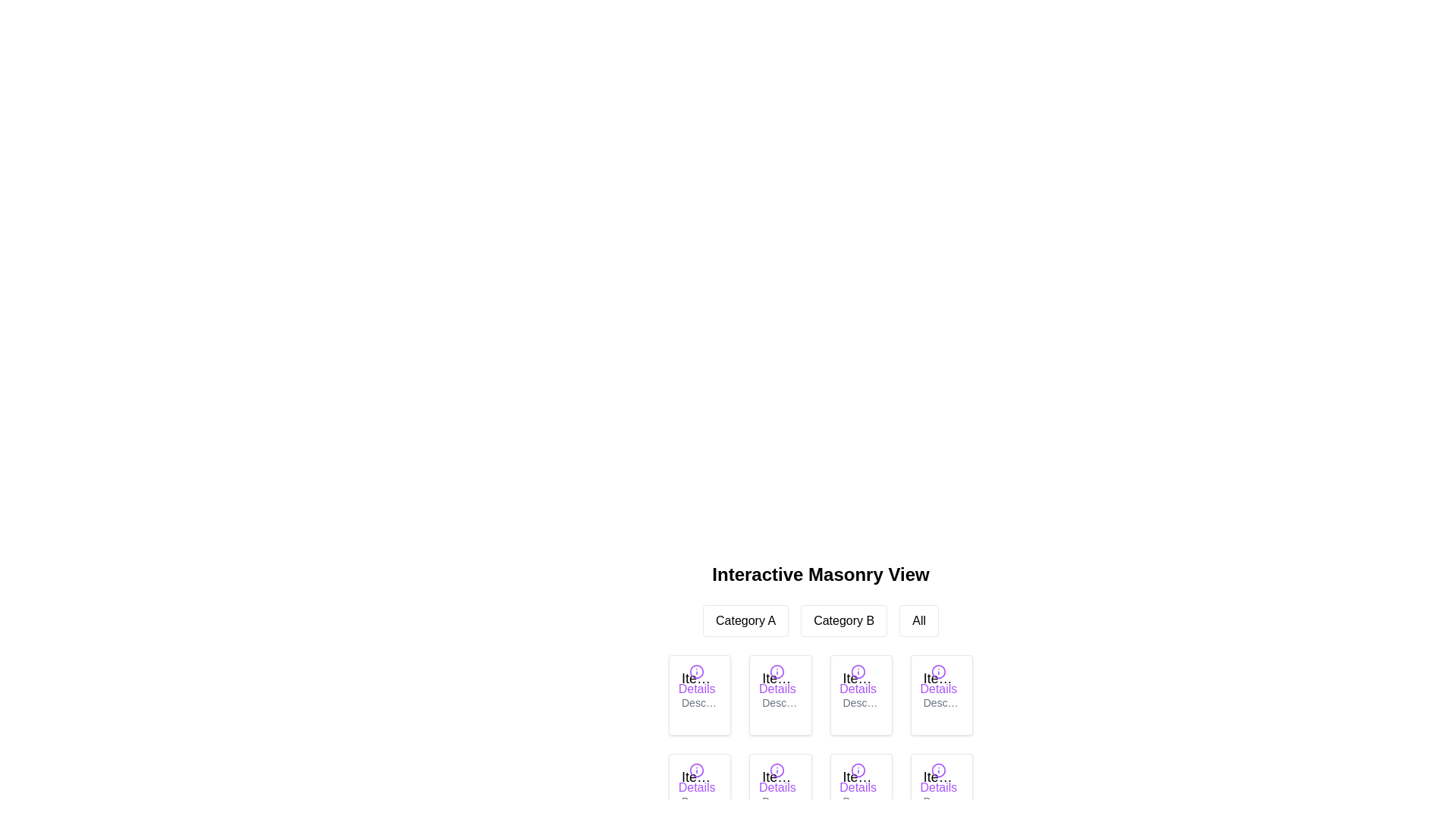 The height and width of the screenshot is (819, 1456). Describe the element at coordinates (937, 770) in the screenshot. I see `the circular vector graphic within the SVG image element, located in the bottom-right area of the 'Interactive Masonry View' layout, which is part of the icon for the last card in the second row of items` at that location.